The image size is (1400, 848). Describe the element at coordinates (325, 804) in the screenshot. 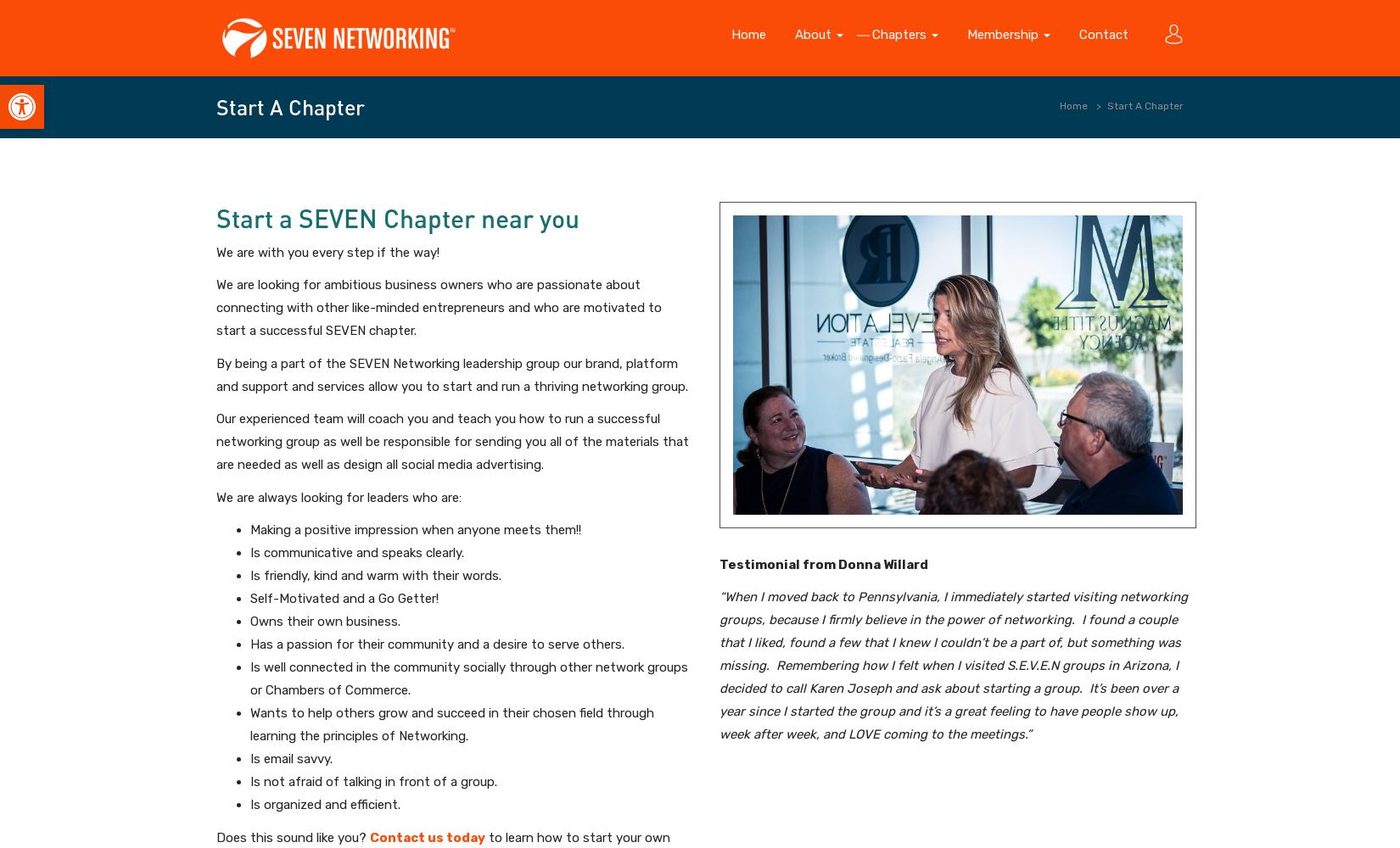

I see `'Is organized and efficient.'` at that location.